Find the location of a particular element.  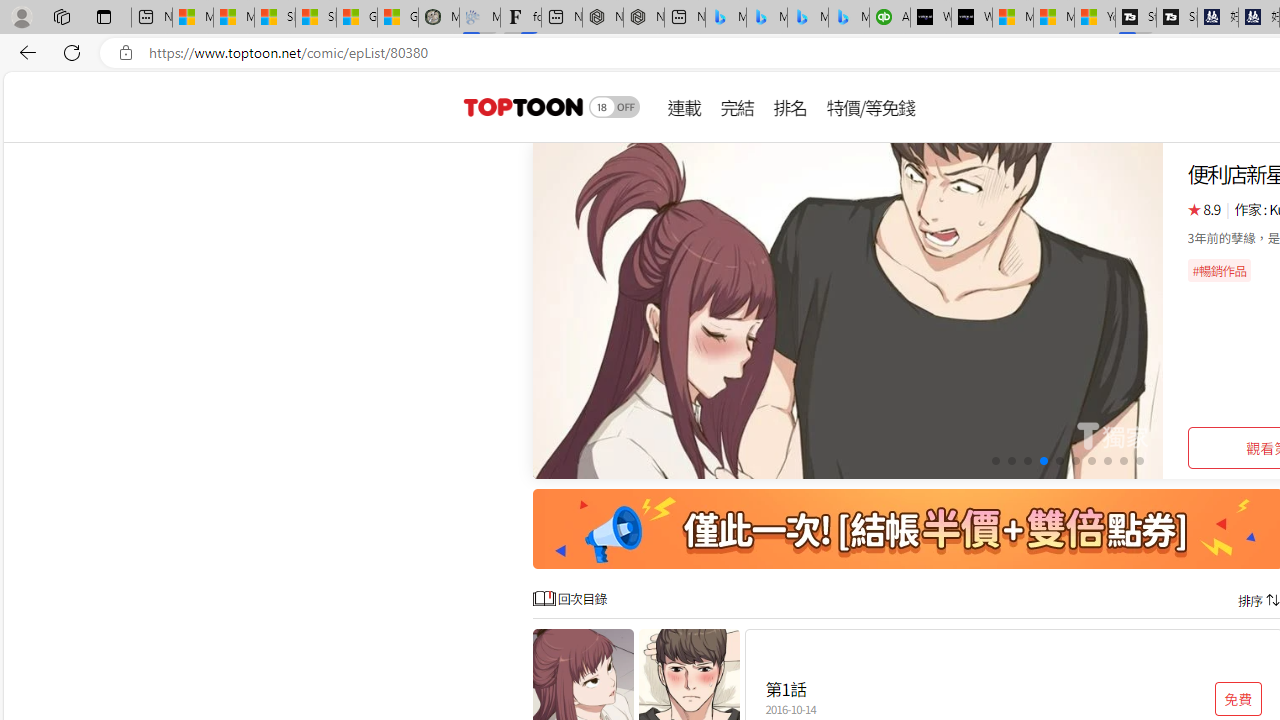

'Go to slide 9' is located at coordinates (1123, 461).